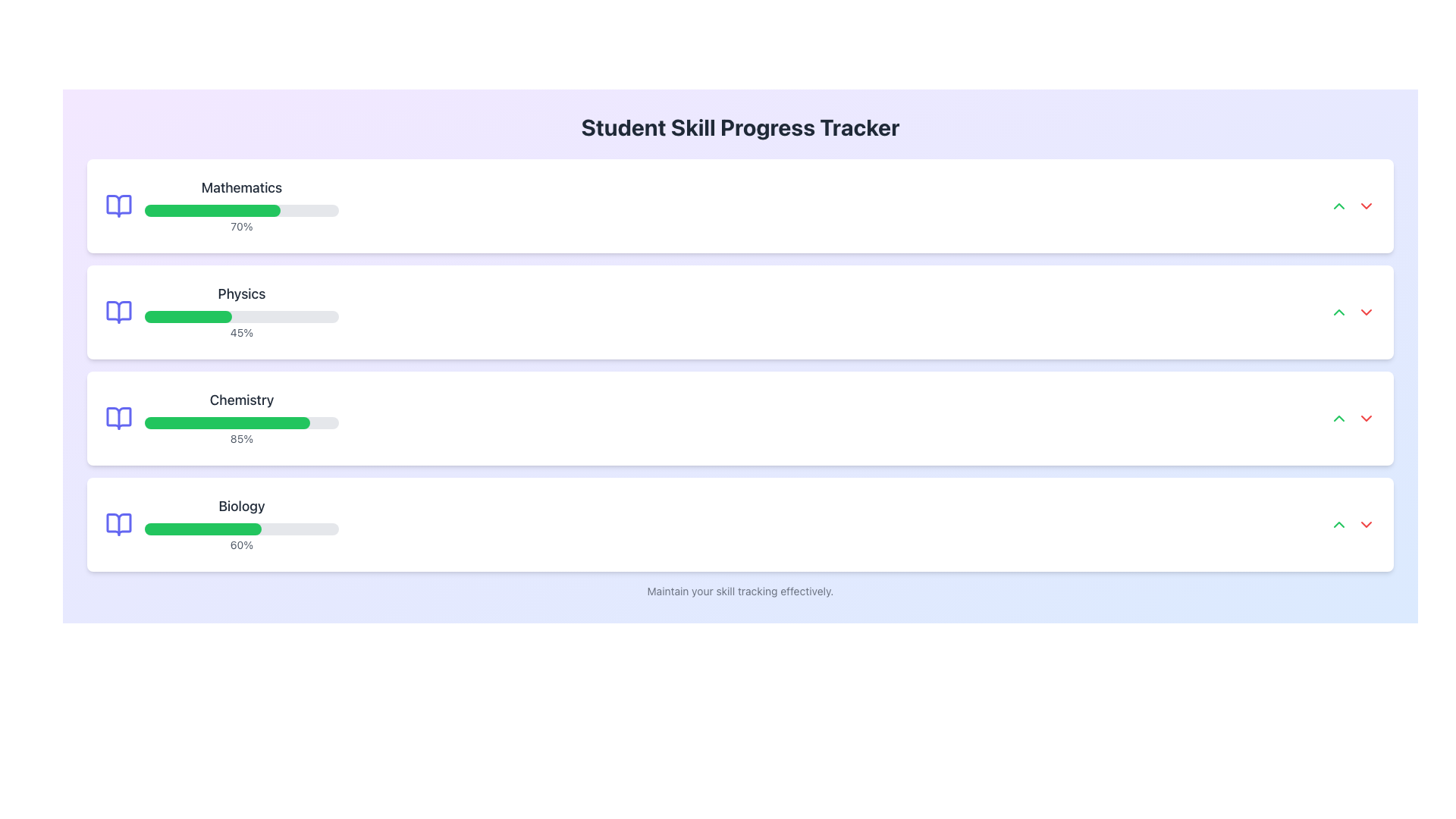 The image size is (1456, 819). What do you see at coordinates (240, 423) in the screenshot?
I see `the green progress bar located beneath the 'Chemistry' text and above the '85%' text in the subject proficiency indicators section` at bounding box center [240, 423].